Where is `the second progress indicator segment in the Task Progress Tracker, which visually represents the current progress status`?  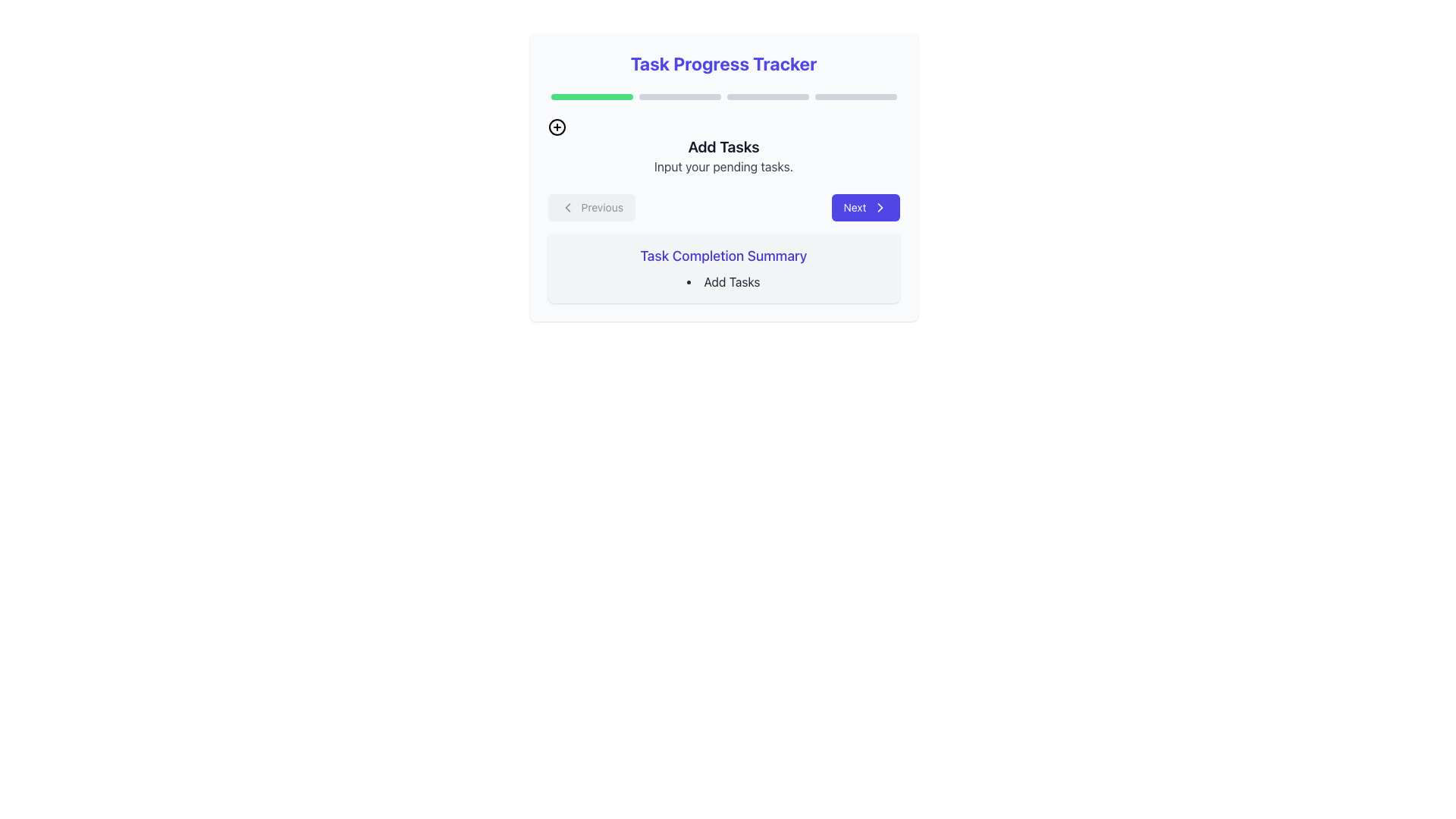 the second progress indicator segment in the Task Progress Tracker, which visually represents the current progress status is located at coordinates (679, 96).